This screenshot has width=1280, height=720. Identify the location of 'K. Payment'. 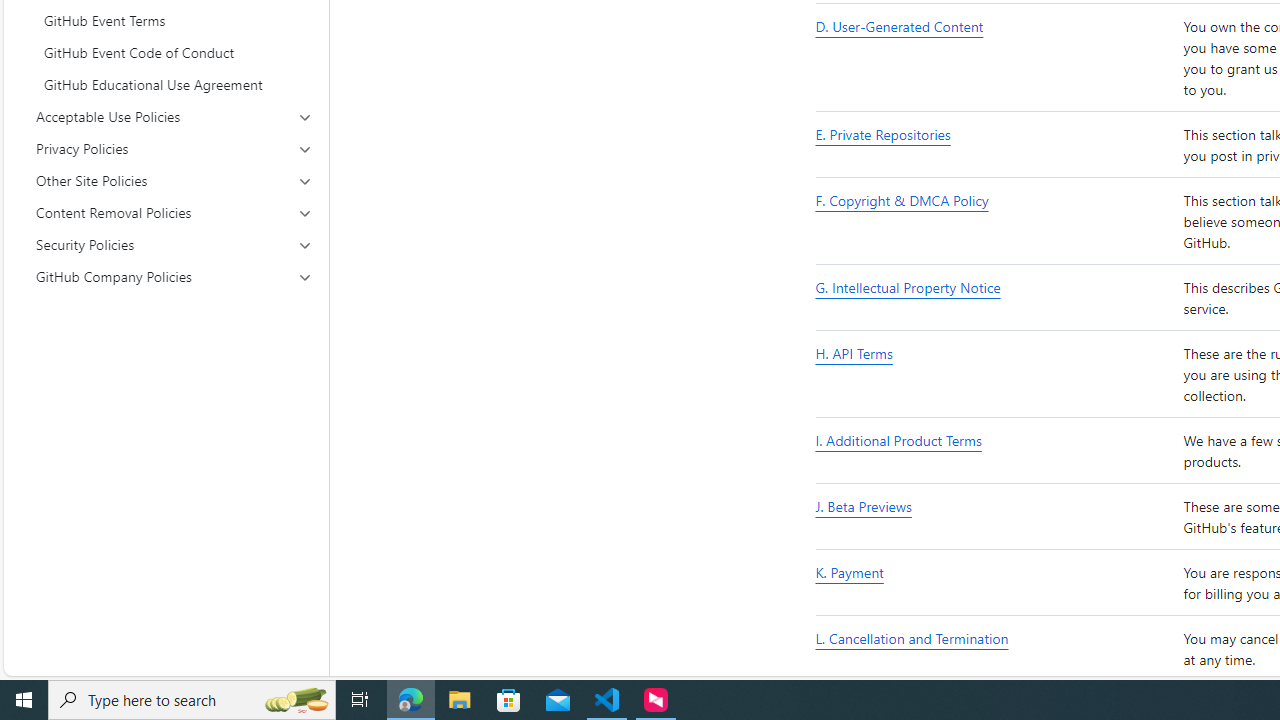
(995, 583).